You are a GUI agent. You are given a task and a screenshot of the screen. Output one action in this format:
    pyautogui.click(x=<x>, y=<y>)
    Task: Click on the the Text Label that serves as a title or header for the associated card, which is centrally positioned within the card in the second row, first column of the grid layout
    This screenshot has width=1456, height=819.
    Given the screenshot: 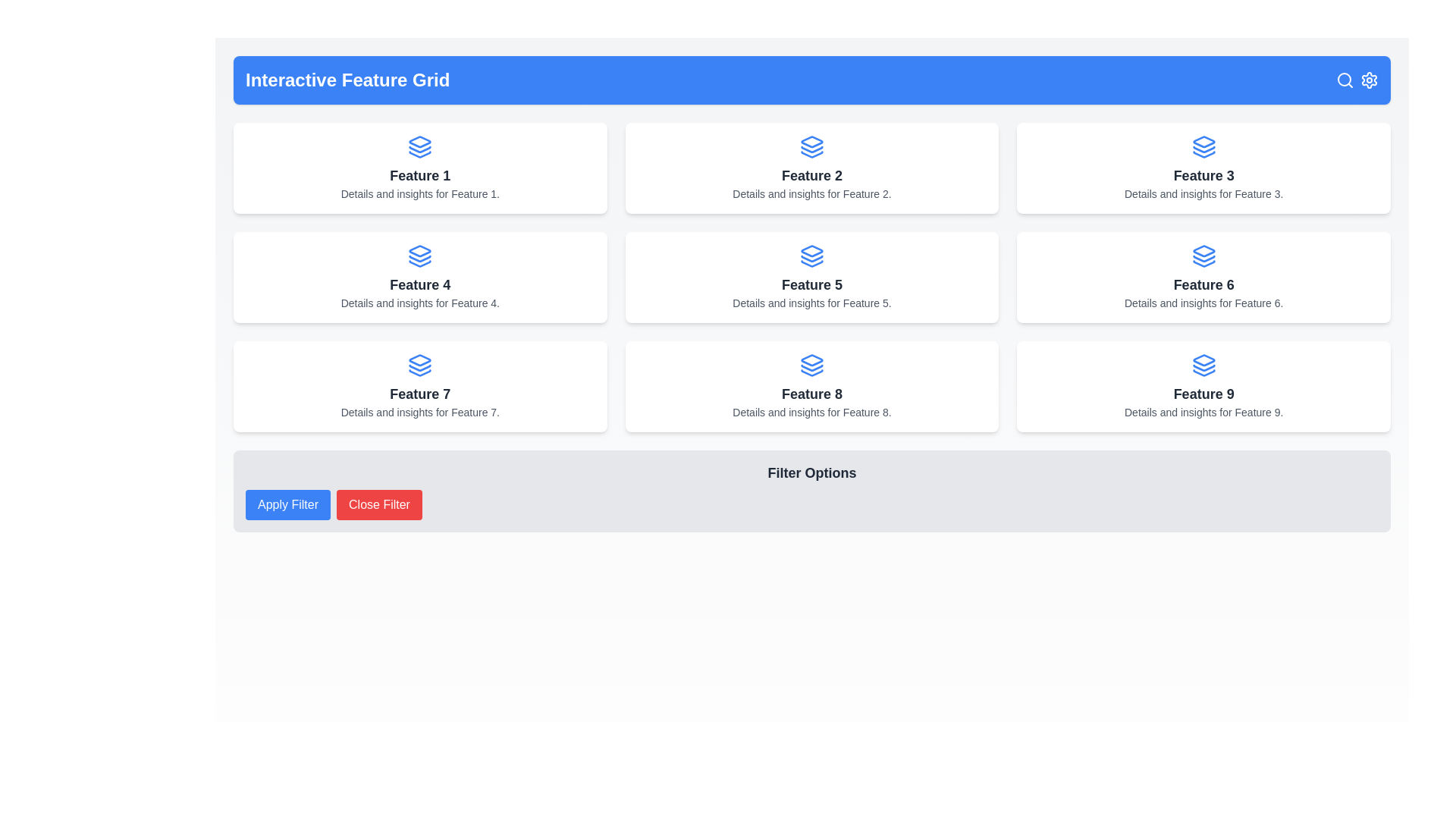 What is the action you would take?
    pyautogui.click(x=420, y=284)
    